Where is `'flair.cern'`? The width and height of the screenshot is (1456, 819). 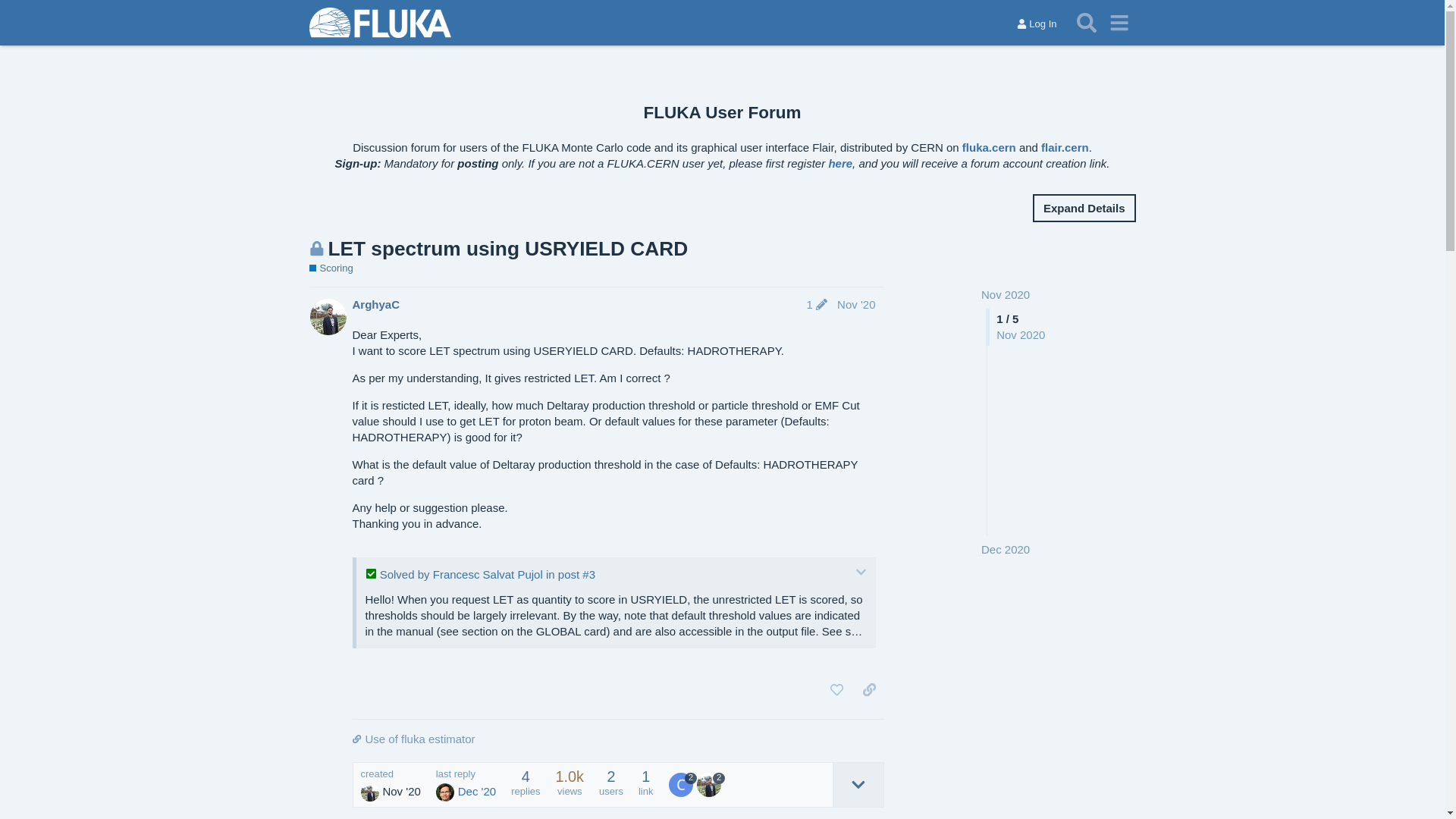 'flair.cern' is located at coordinates (1064, 147).